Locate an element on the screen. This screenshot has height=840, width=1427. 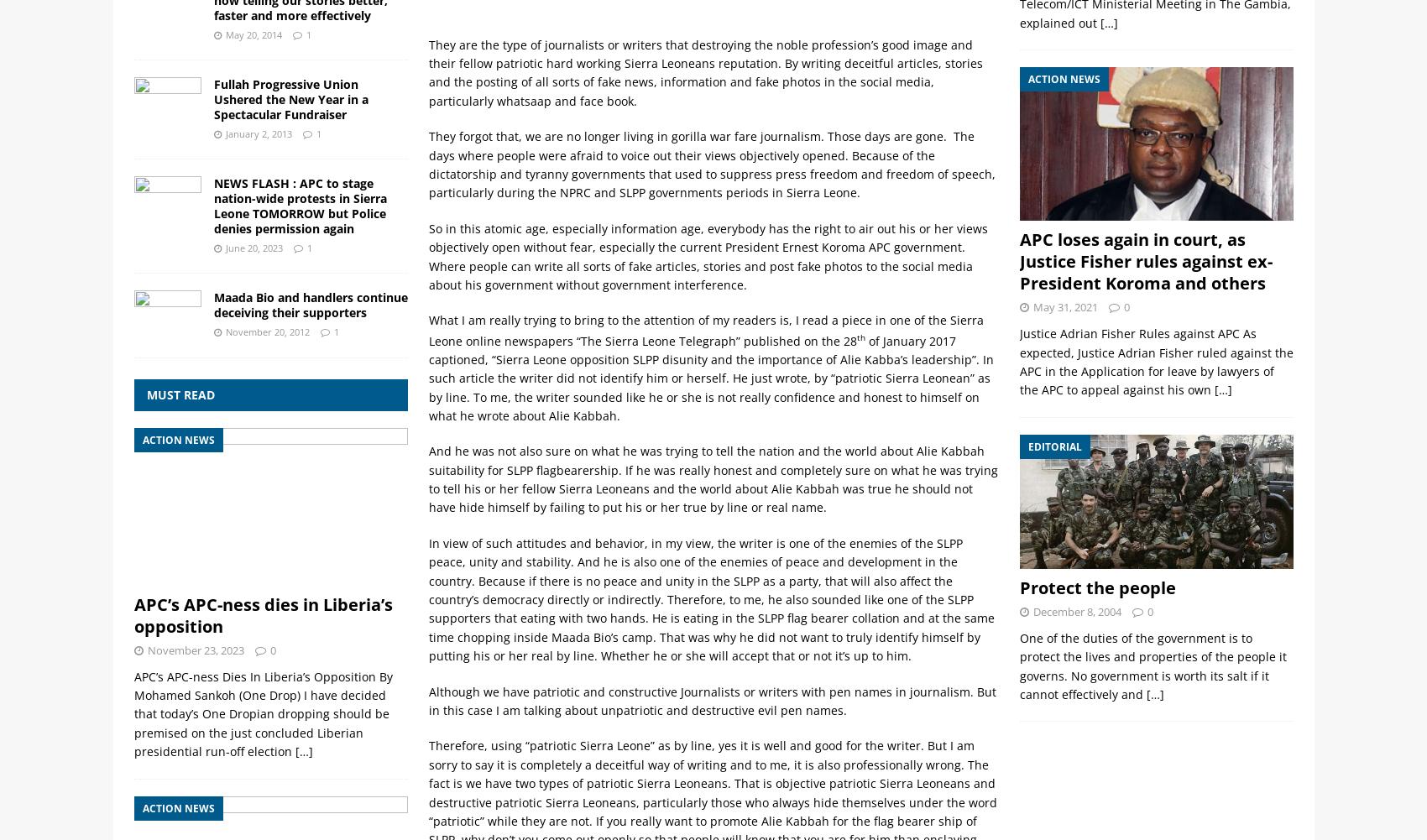
'May 20, 2014' is located at coordinates (253, 34).